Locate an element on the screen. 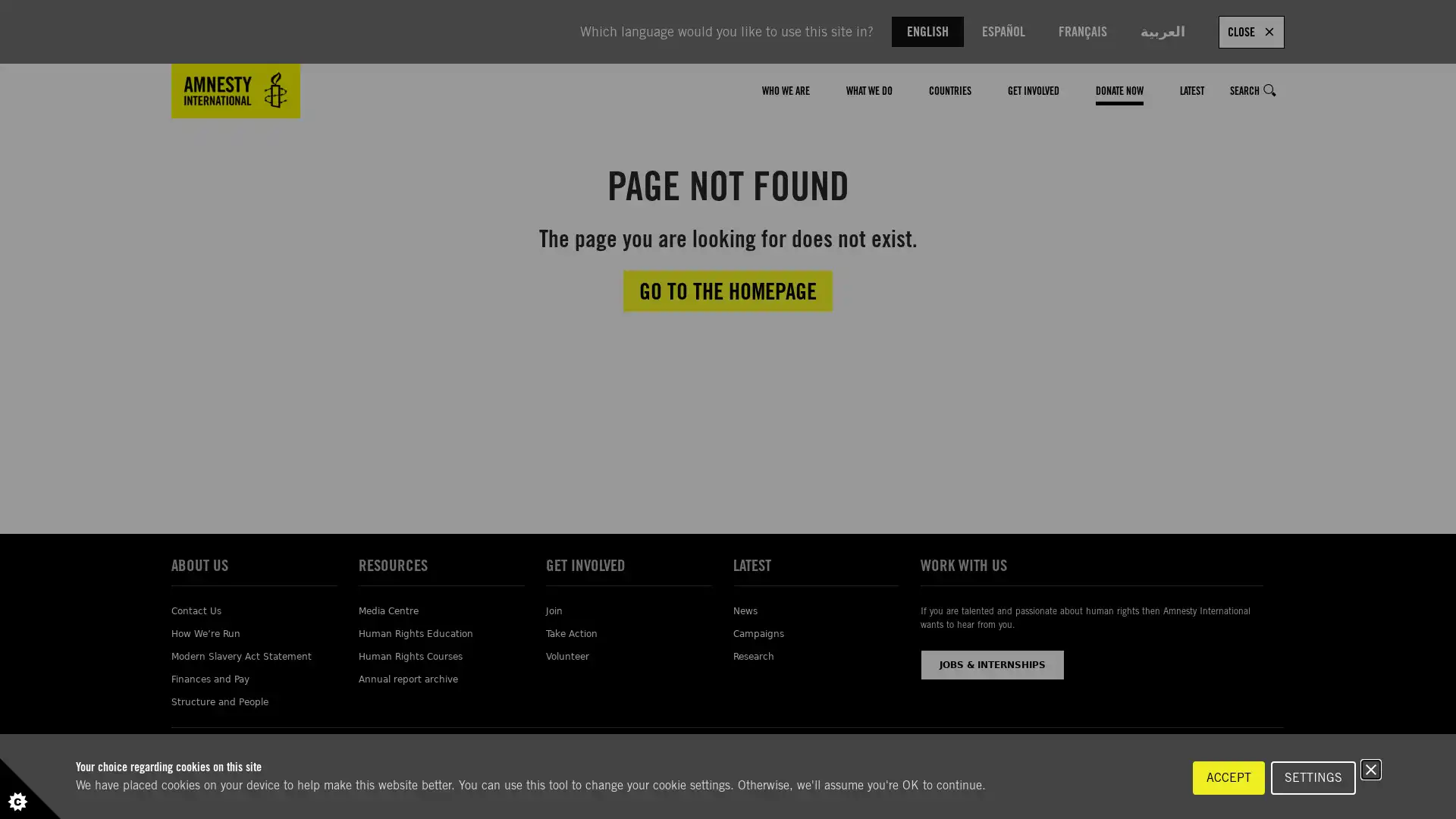 The height and width of the screenshot is (819, 1456). Search is located at coordinates (1253, 90).